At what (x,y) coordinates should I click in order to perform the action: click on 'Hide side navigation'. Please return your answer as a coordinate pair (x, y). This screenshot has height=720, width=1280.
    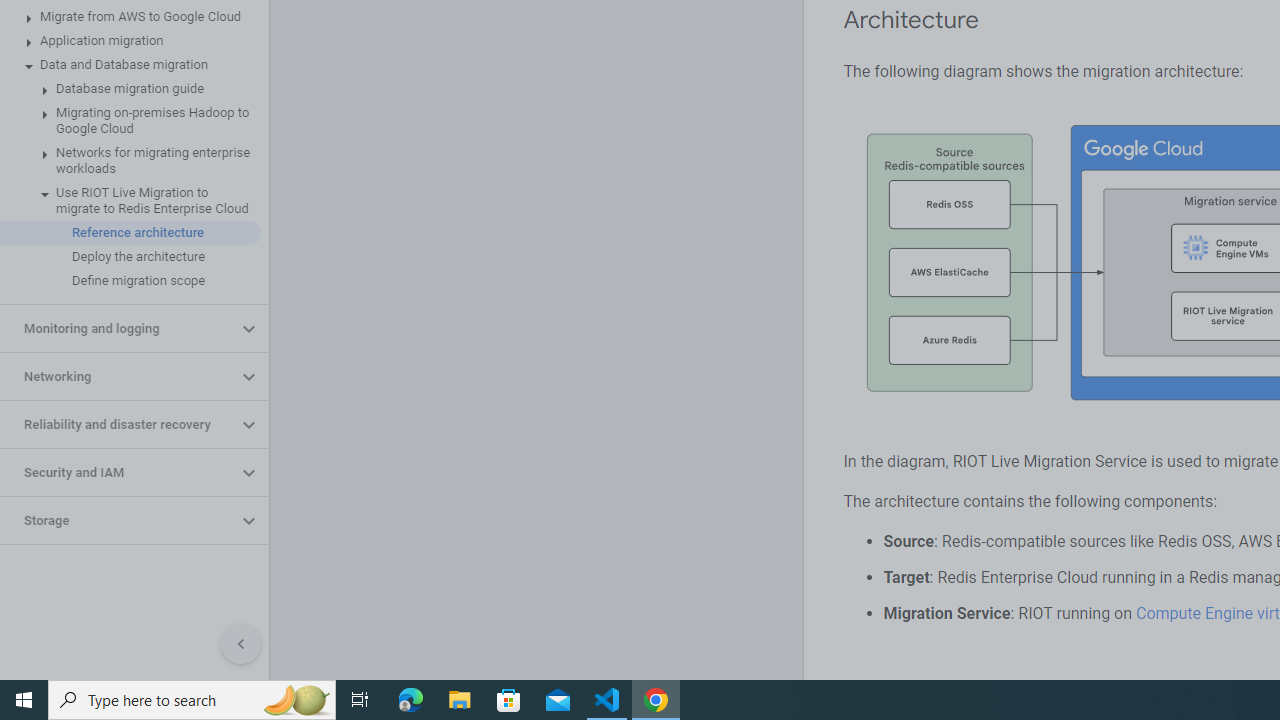
    Looking at the image, I should click on (240, 644).